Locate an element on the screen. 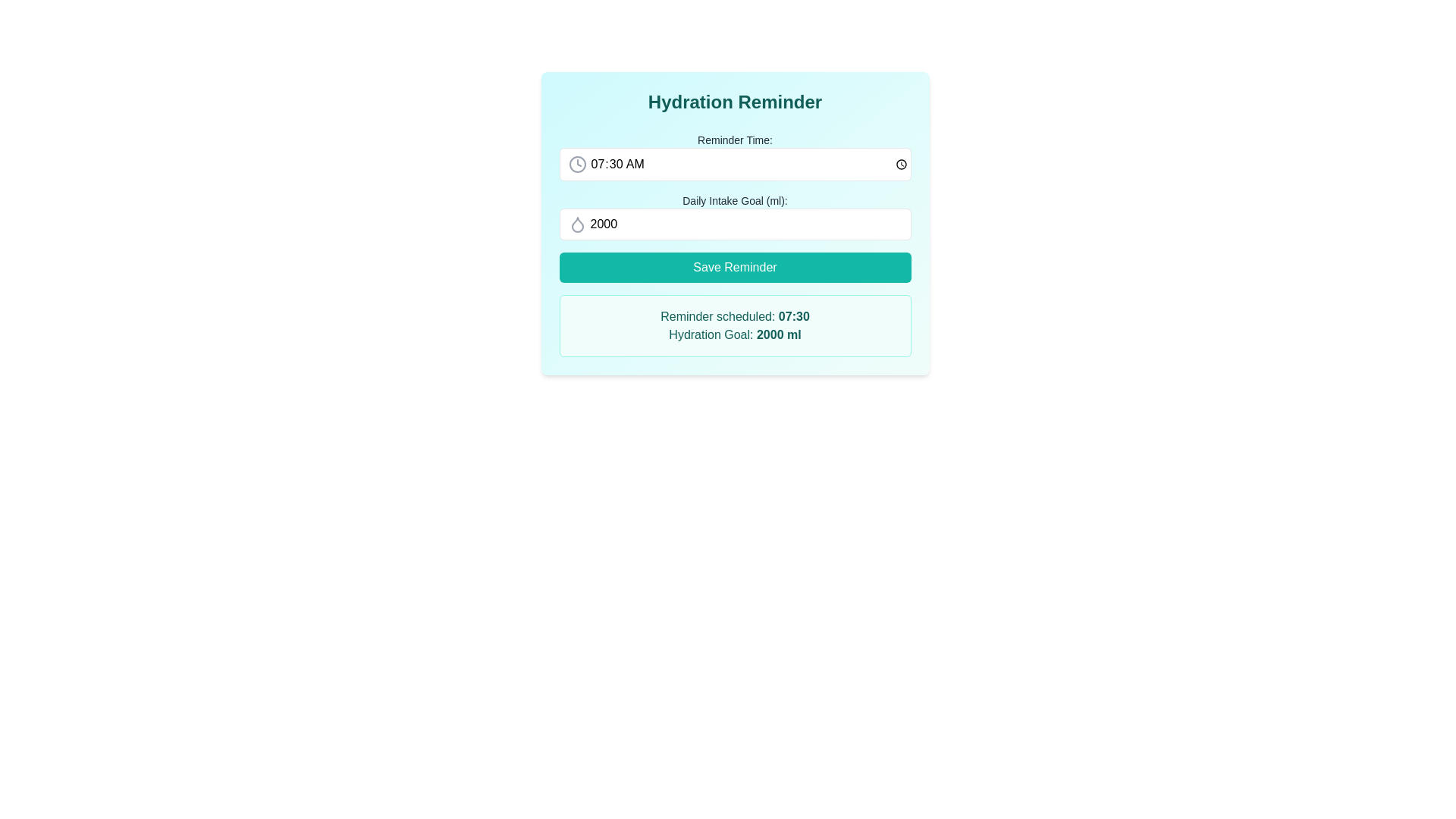 Image resolution: width=1456 pixels, height=819 pixels. the 'Save Reminder' button, which has a teal background and white text is located at coordinates (735, 267).